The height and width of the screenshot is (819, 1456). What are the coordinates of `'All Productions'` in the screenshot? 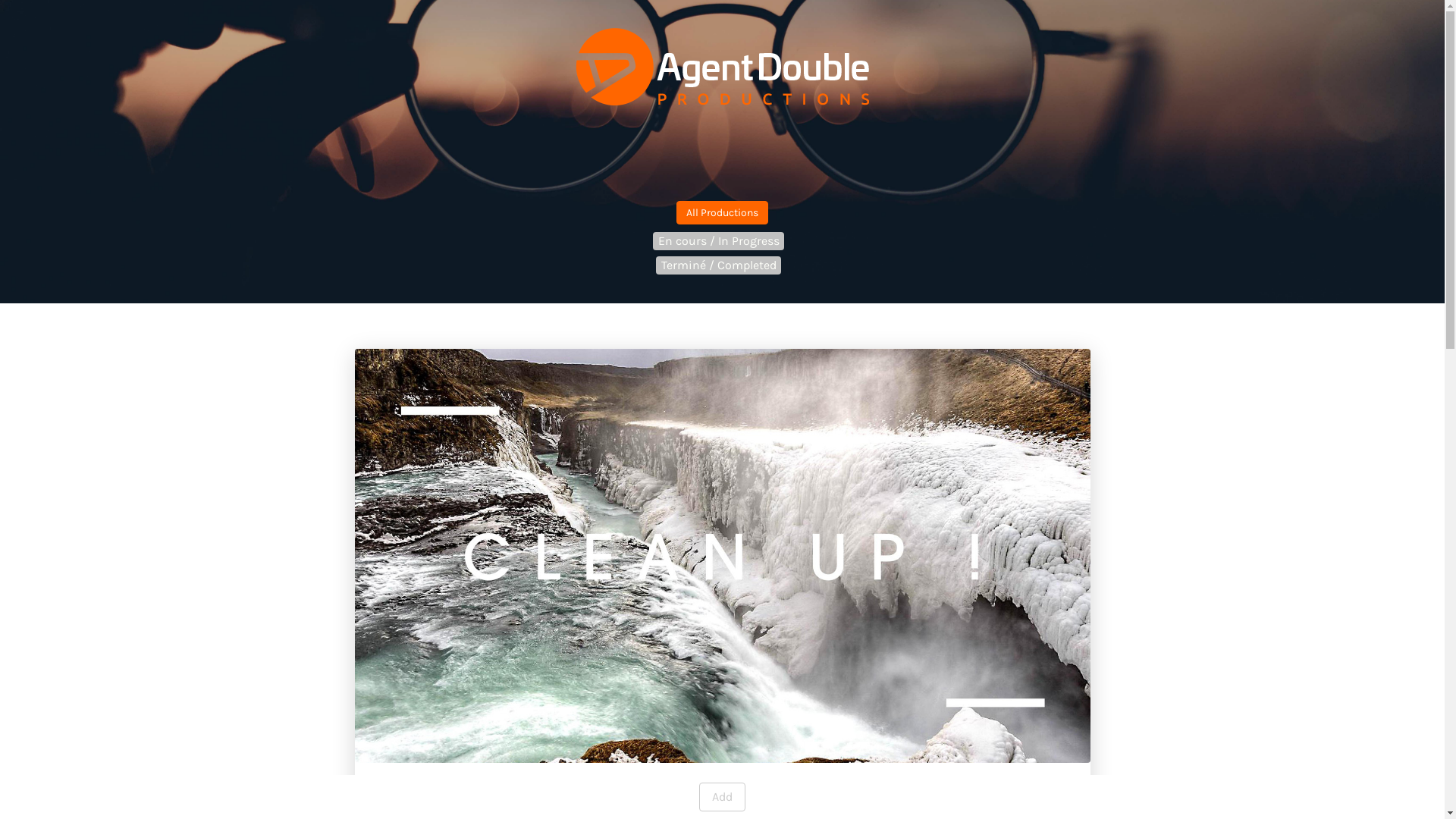 It's located at (721, 212).